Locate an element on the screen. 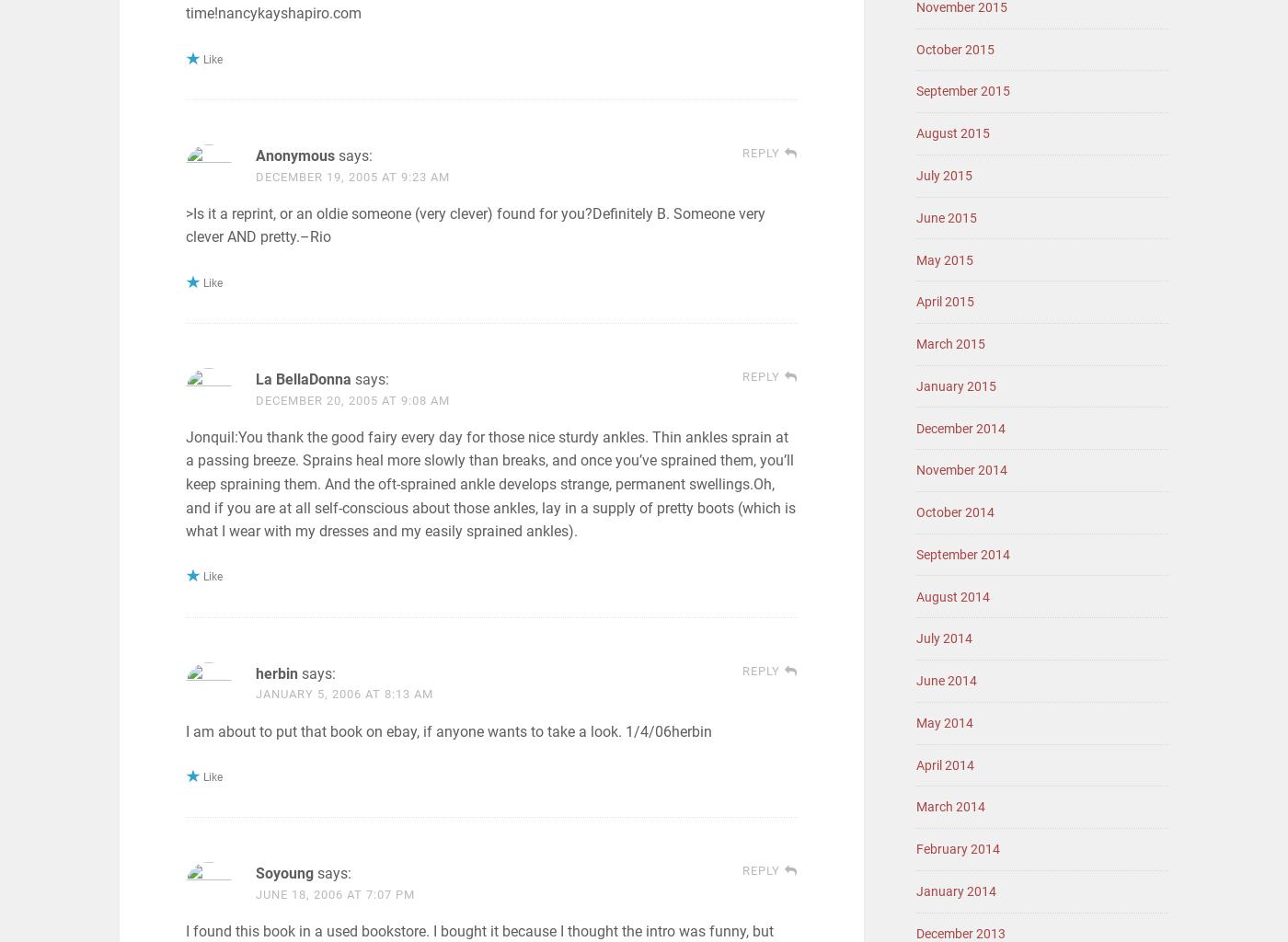 Image resolution: width=1288 pixels, height=942 pixels. 'August 2014' is located at coordinates (953, 594).